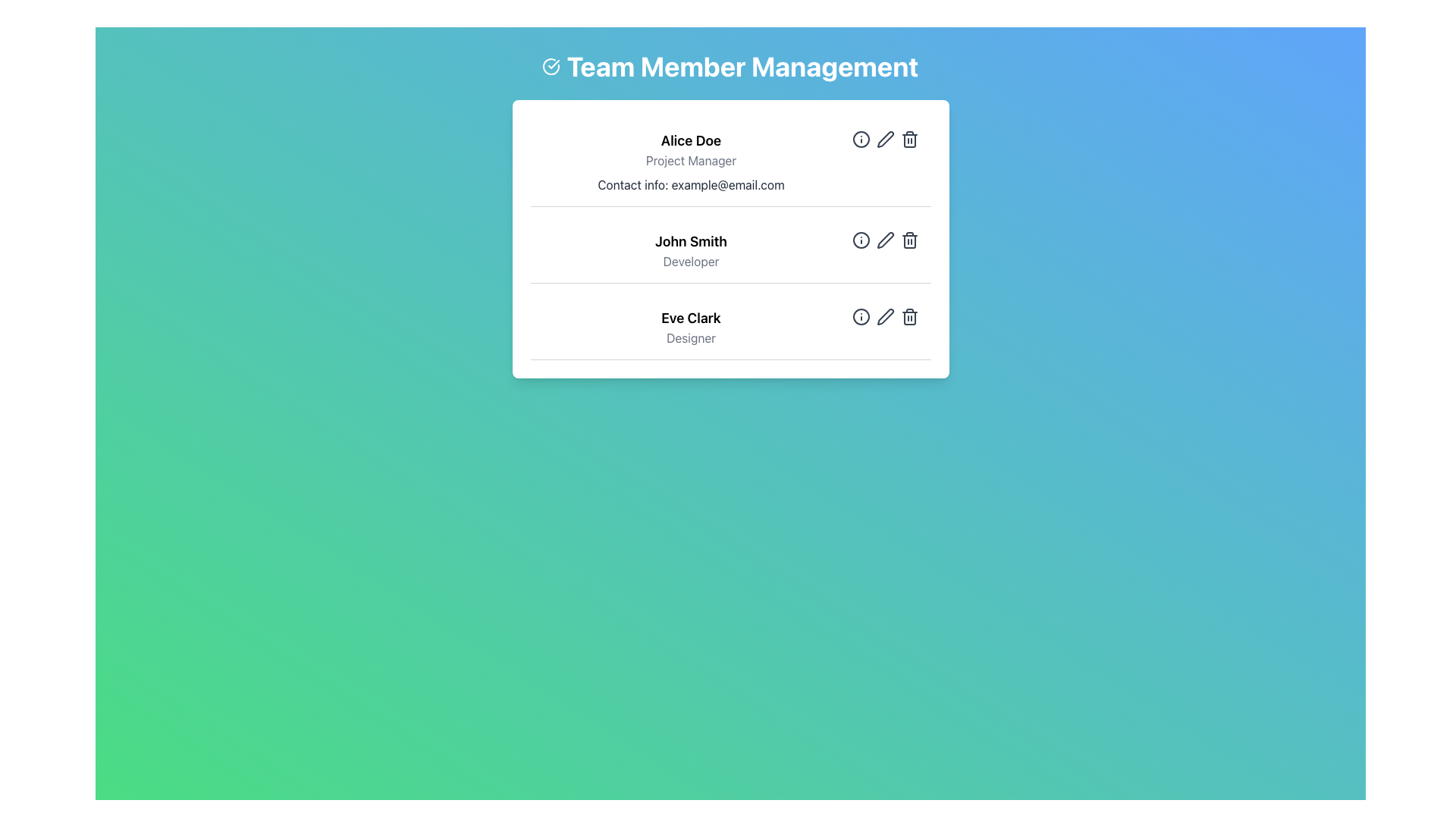  What do you see at coordinates (730, 66) in the screenshot?
I see `the Header with icon element reading 'Team Member Management', which features a checkmark icon and is styled in large, bold, white font on a gradient background` at bounding box center [730, 66].